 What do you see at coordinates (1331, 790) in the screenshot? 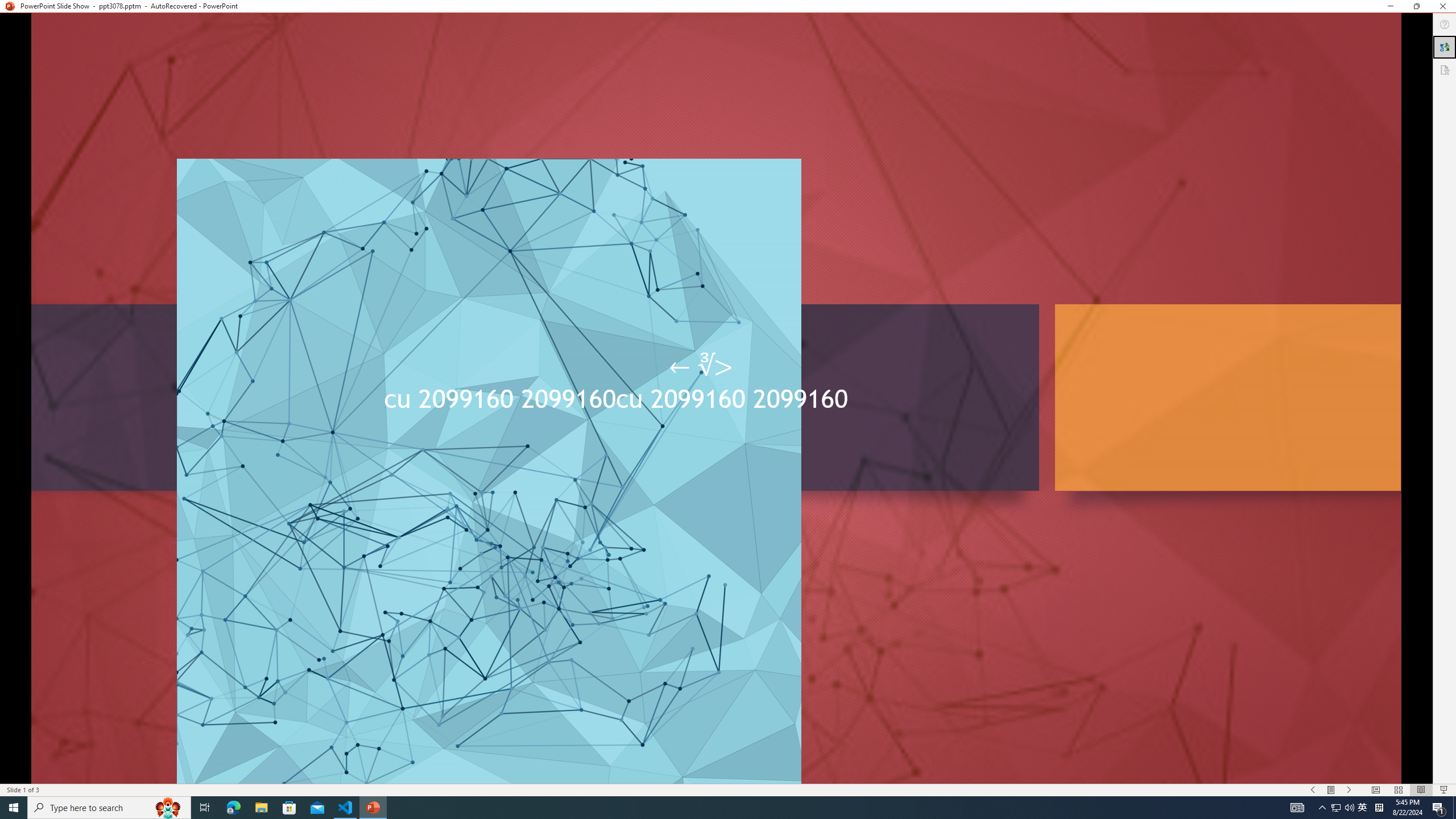
I see `'Menu On'` at bounding box center [1331, 790].